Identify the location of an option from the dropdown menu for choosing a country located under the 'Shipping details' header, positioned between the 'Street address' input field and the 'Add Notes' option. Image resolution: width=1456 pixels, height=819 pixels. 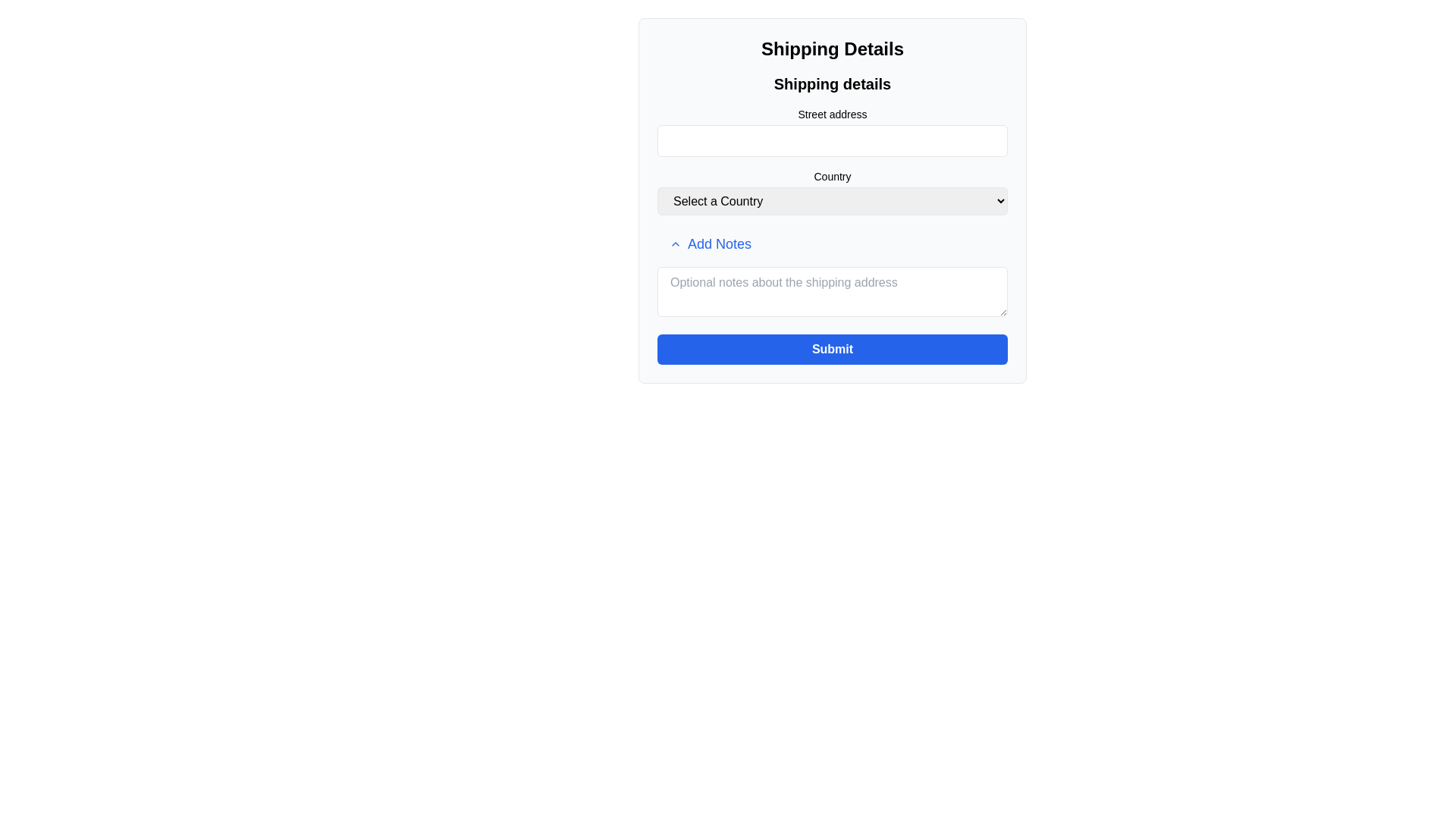
(832, 191).